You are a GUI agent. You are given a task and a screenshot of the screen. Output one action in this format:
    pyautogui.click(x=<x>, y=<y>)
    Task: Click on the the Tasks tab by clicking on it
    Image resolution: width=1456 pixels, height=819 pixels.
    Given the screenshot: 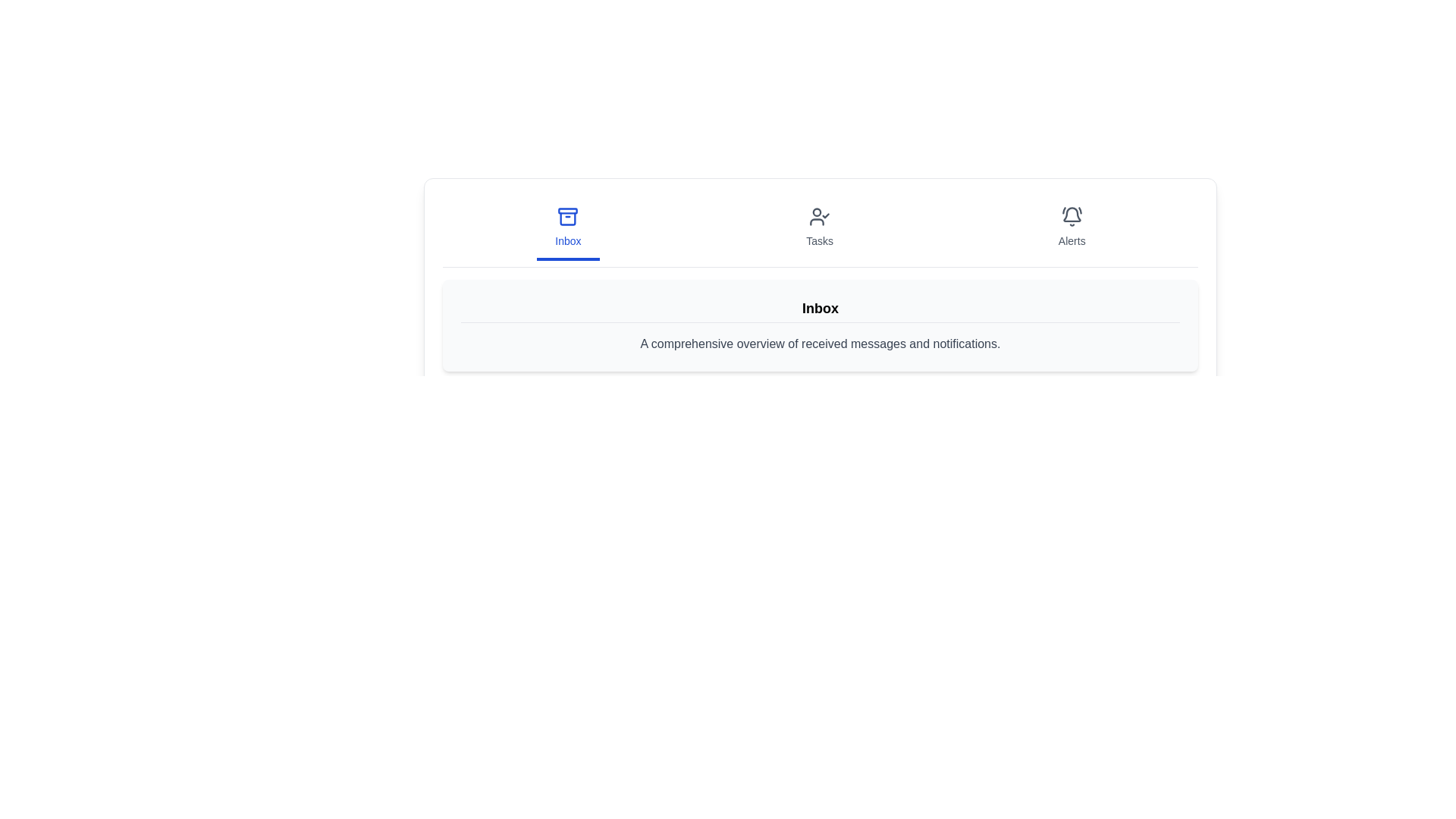 What is the action you would take?
    pyautogui.click(x=818, y=228)
    